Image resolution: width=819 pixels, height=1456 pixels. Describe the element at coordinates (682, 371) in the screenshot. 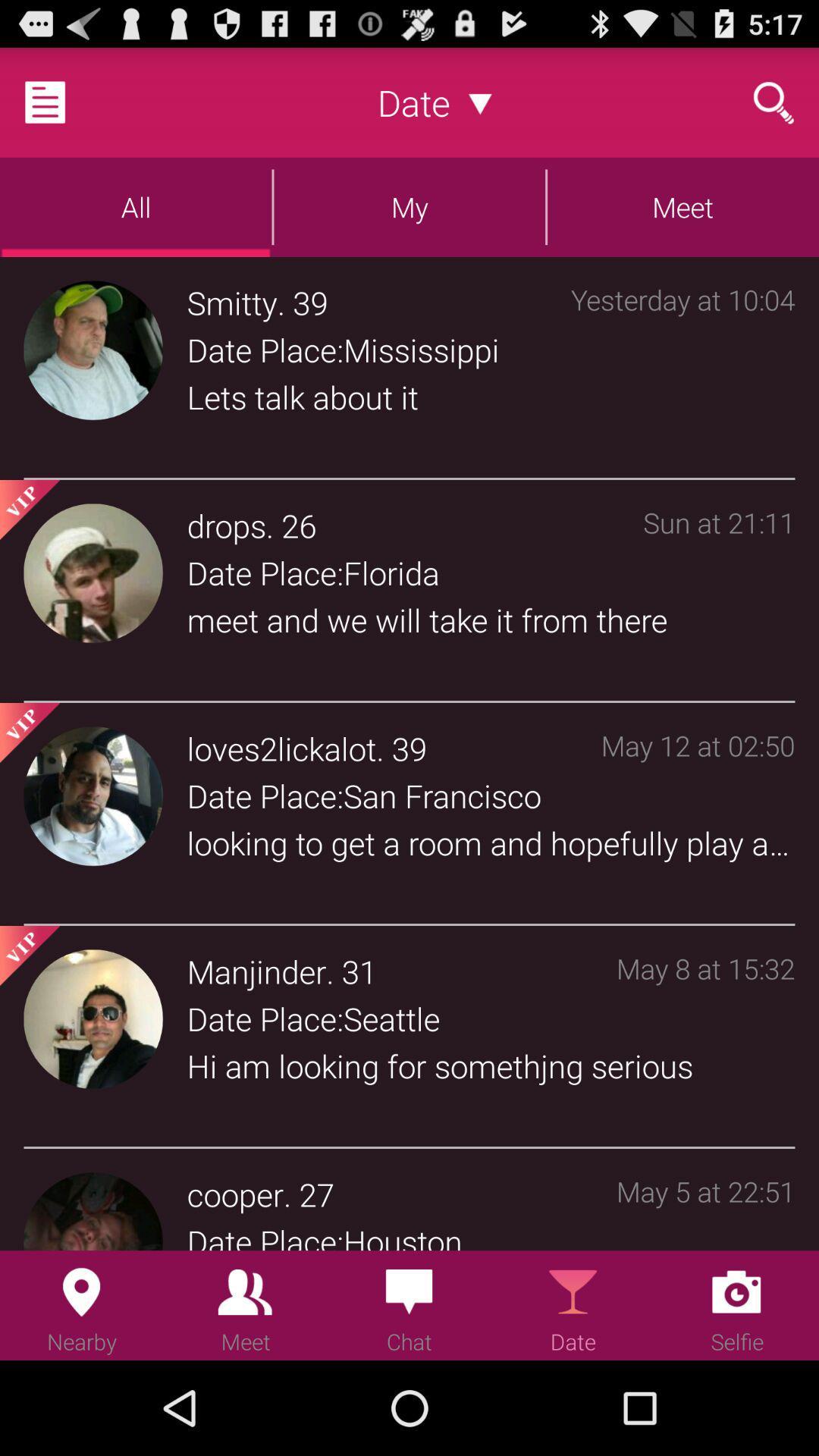

I see `yesterday at 10 item` at that location.